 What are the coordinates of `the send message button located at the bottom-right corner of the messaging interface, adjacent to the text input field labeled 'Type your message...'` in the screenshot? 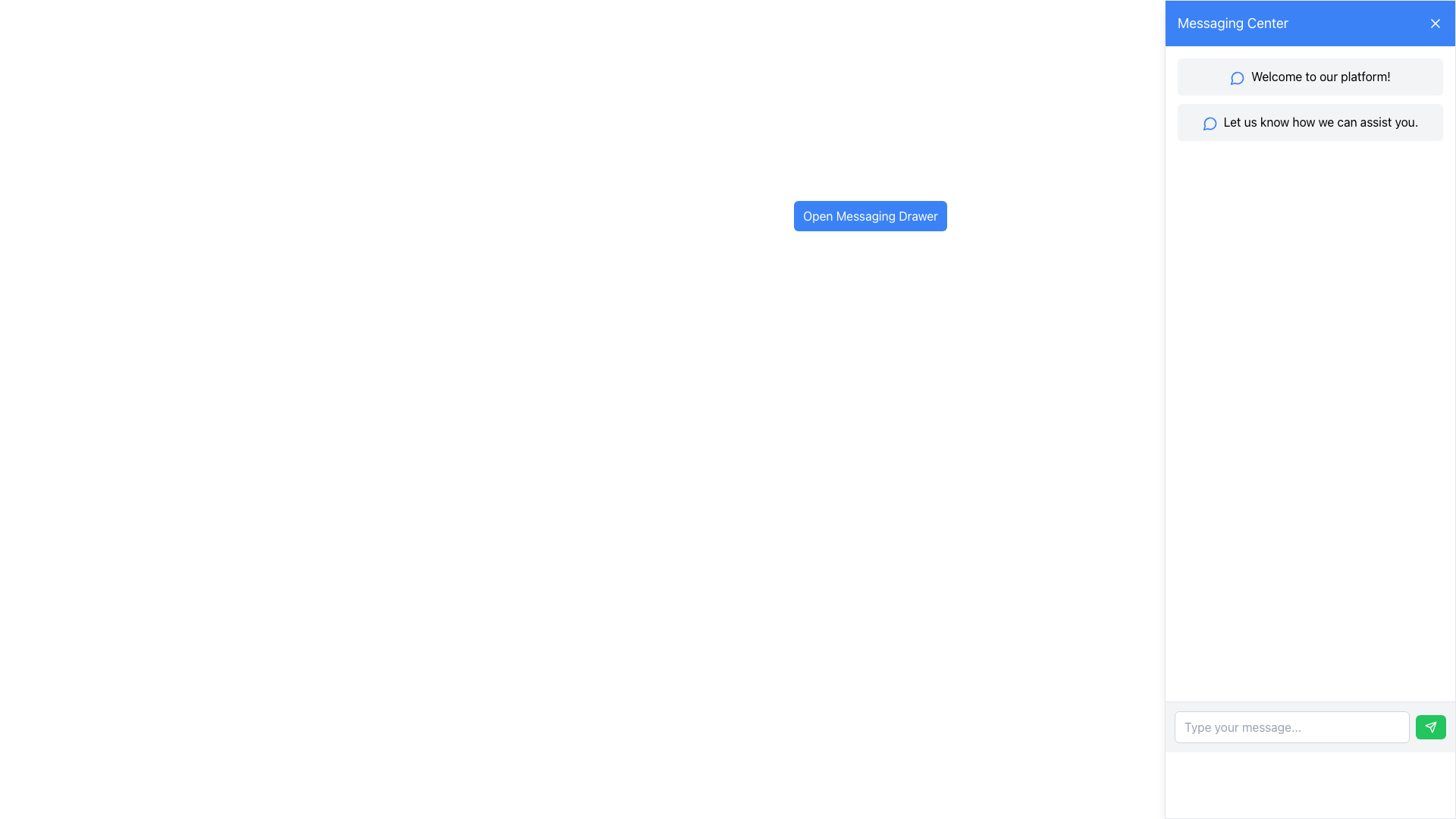 It's located at (1429, 726).